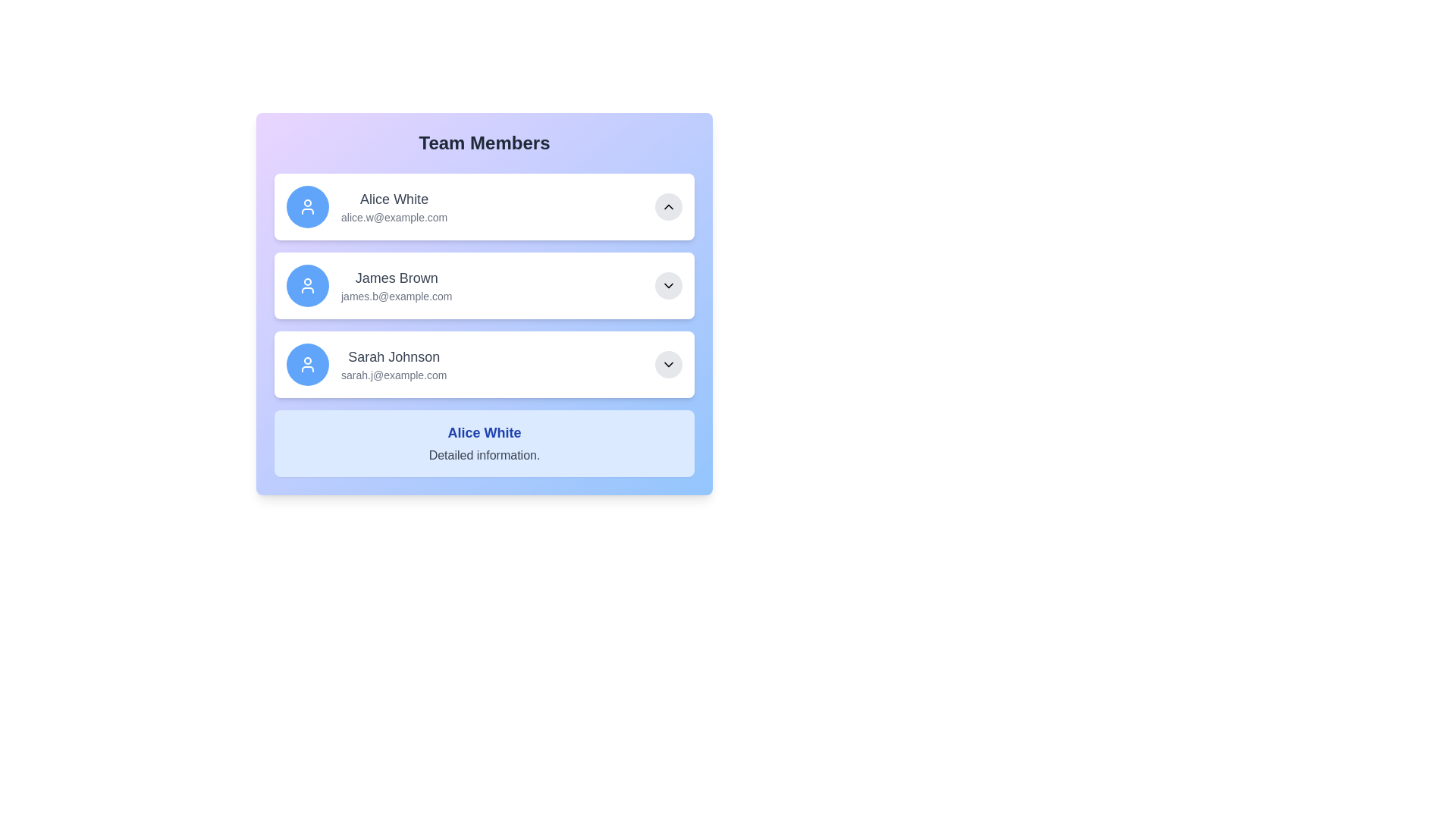 The height and width of the screenshot is (819, 1456). Describe the element at coordinates (394, 365) in the screenshot. I see `the text content block displaying 'Sarah Johnson' and 'sarah.j@example.com', which is the third entry in the team members list` at that location.